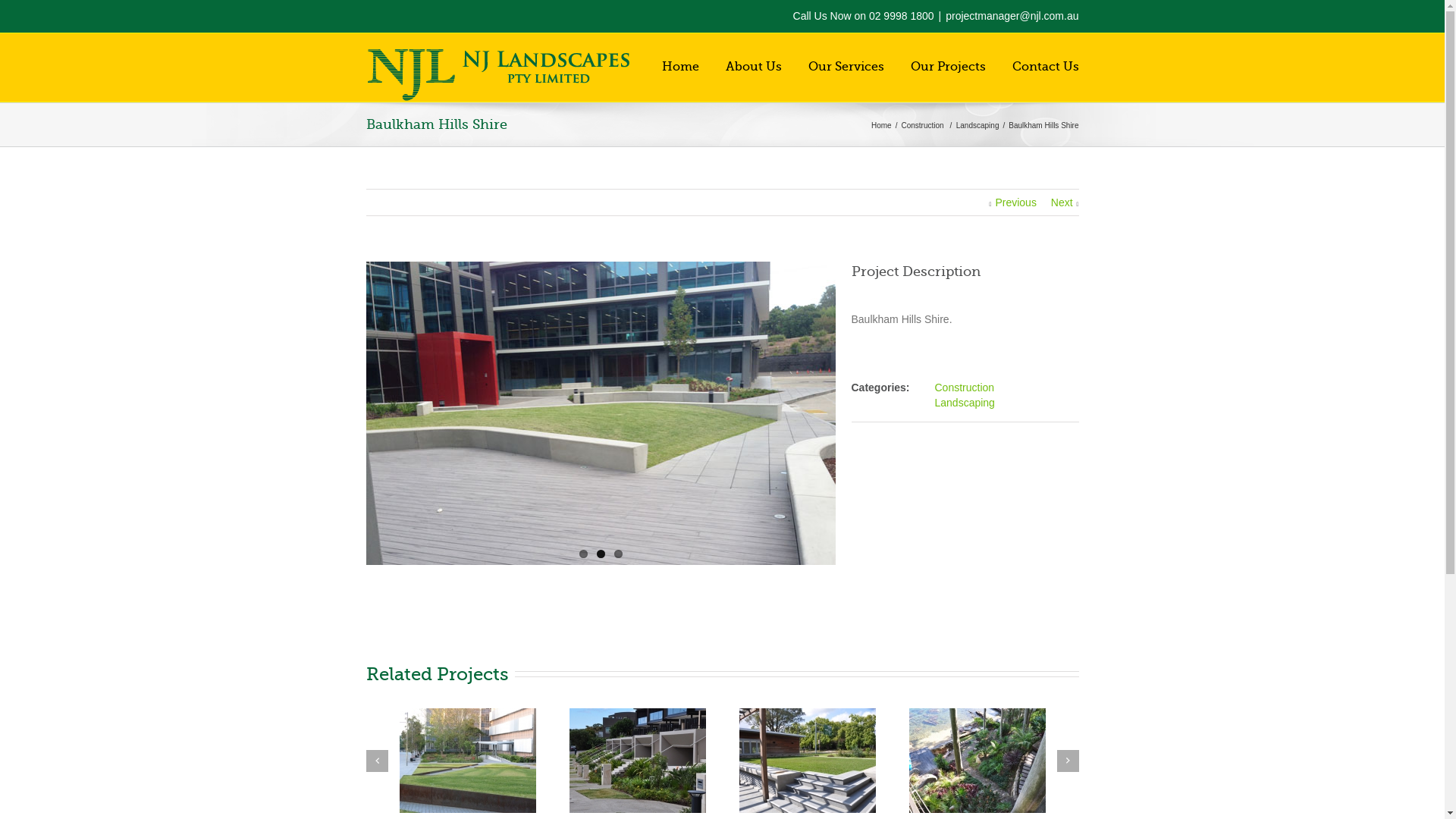  I want to click on 'projectmanager@njl.com.au', so click(1012, 15).